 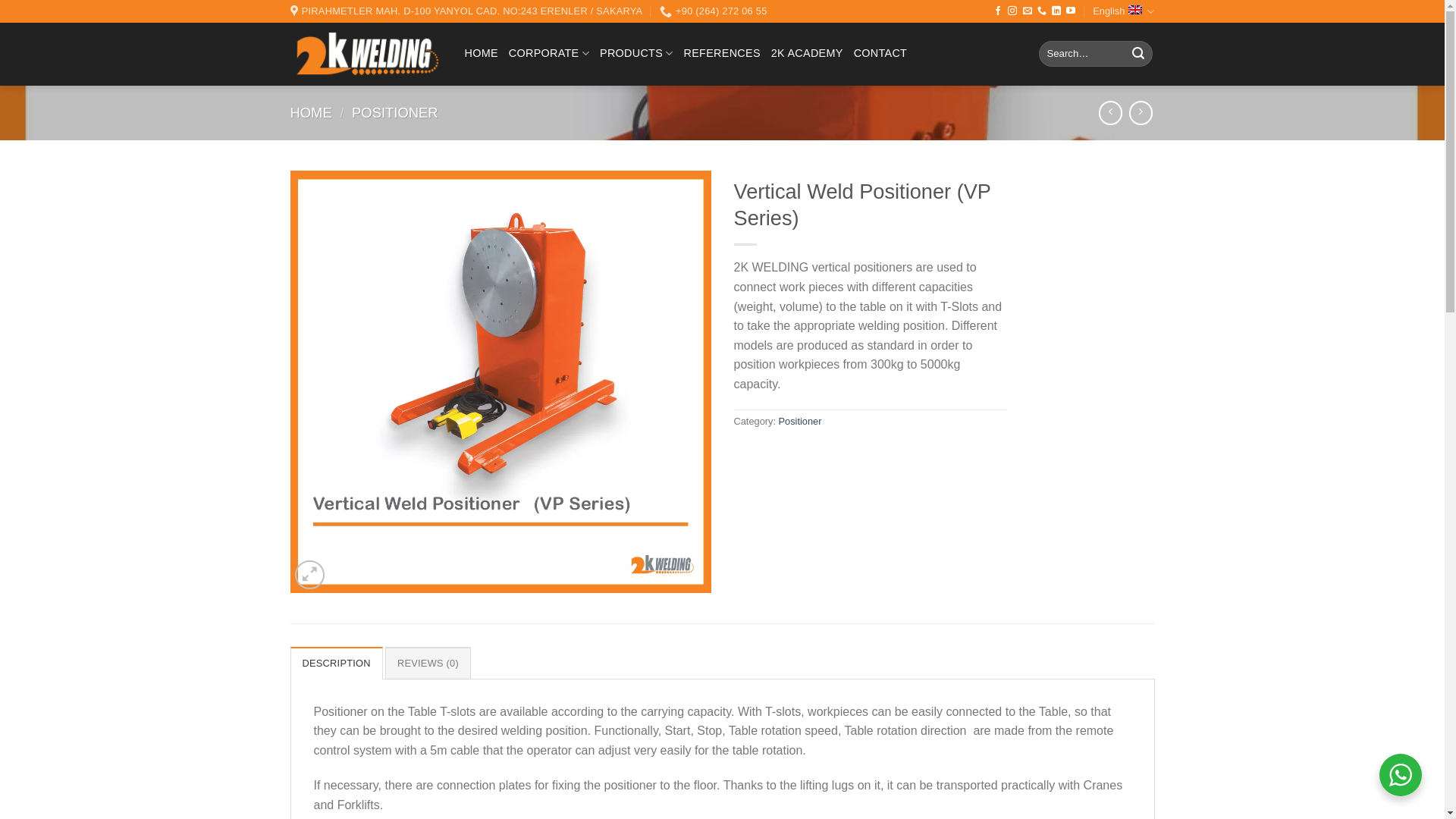 What do you see at coordinates (309, 575) in the screenshot?
I see `'Zoom'` at bounding box center [309, 575].